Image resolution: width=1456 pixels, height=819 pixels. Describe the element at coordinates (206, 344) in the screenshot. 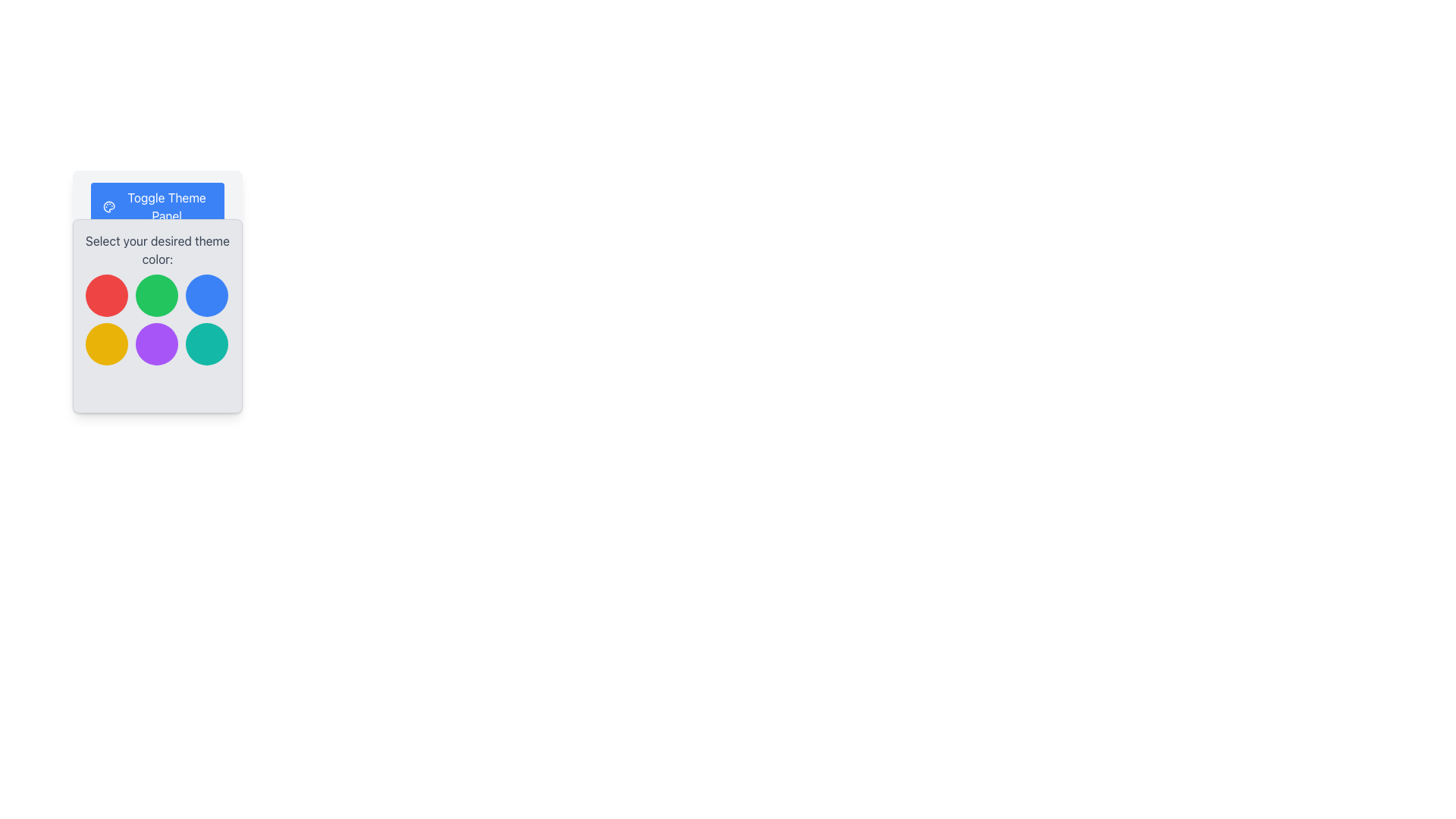

I see `the sixth button in the 3x2 grid layout located in the bottom-right corner` at that location.